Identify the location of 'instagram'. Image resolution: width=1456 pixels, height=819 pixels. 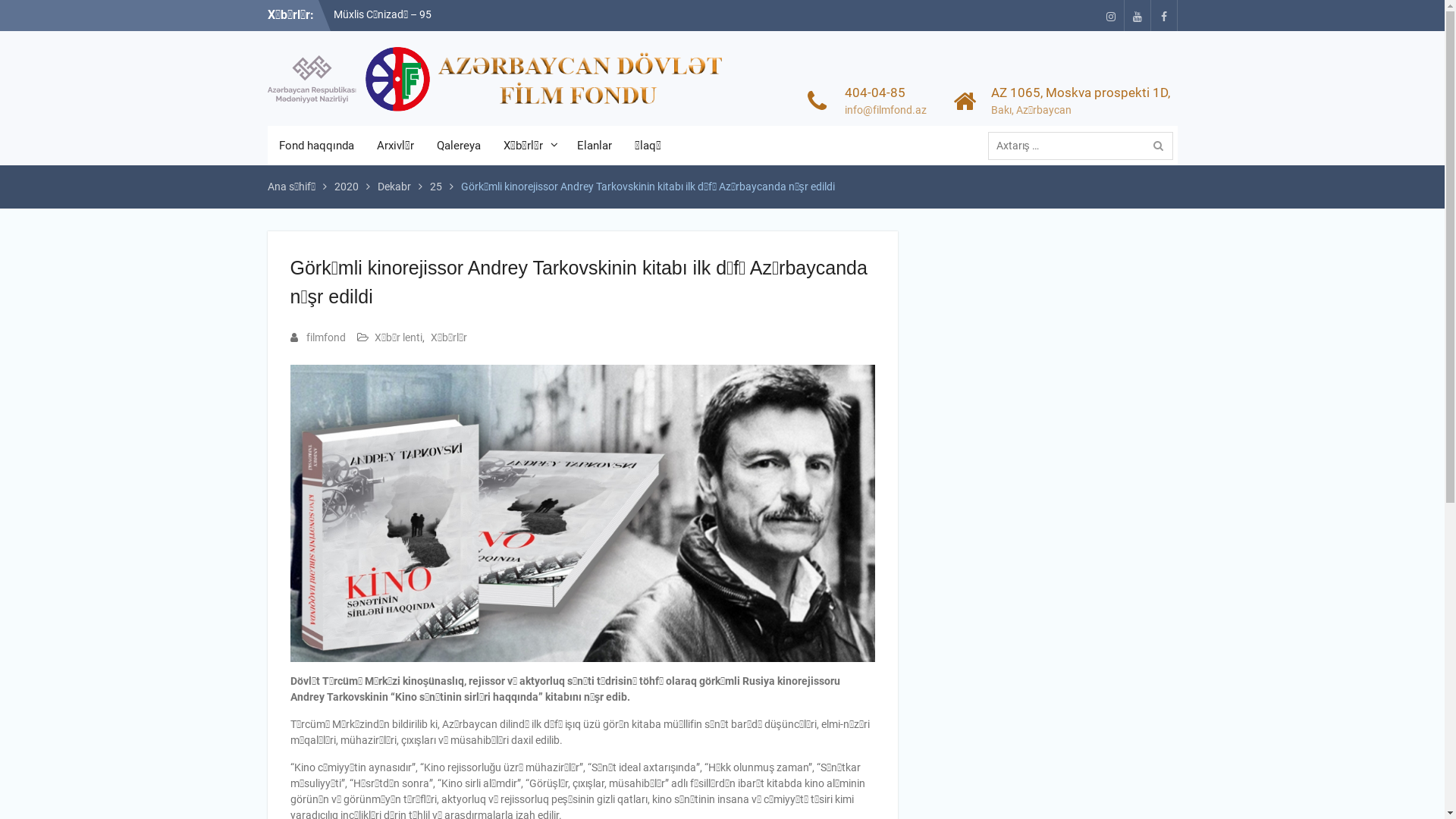
(1103, 15).